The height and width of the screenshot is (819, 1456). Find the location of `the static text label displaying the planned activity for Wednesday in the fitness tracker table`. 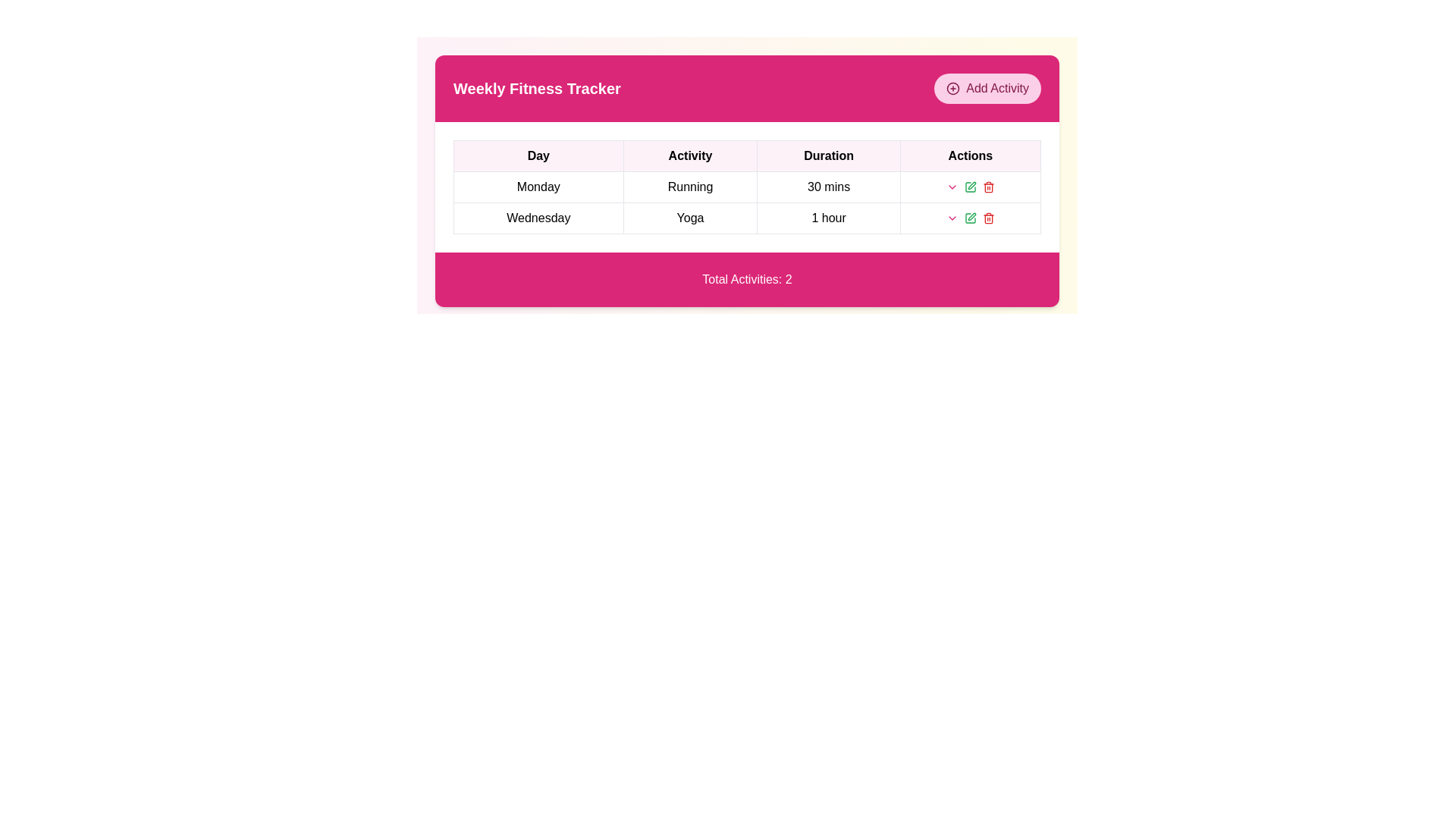

the static text label displaying the planned activity for Wednesday in the fitness tracker table is located at coordinates (689, 218).